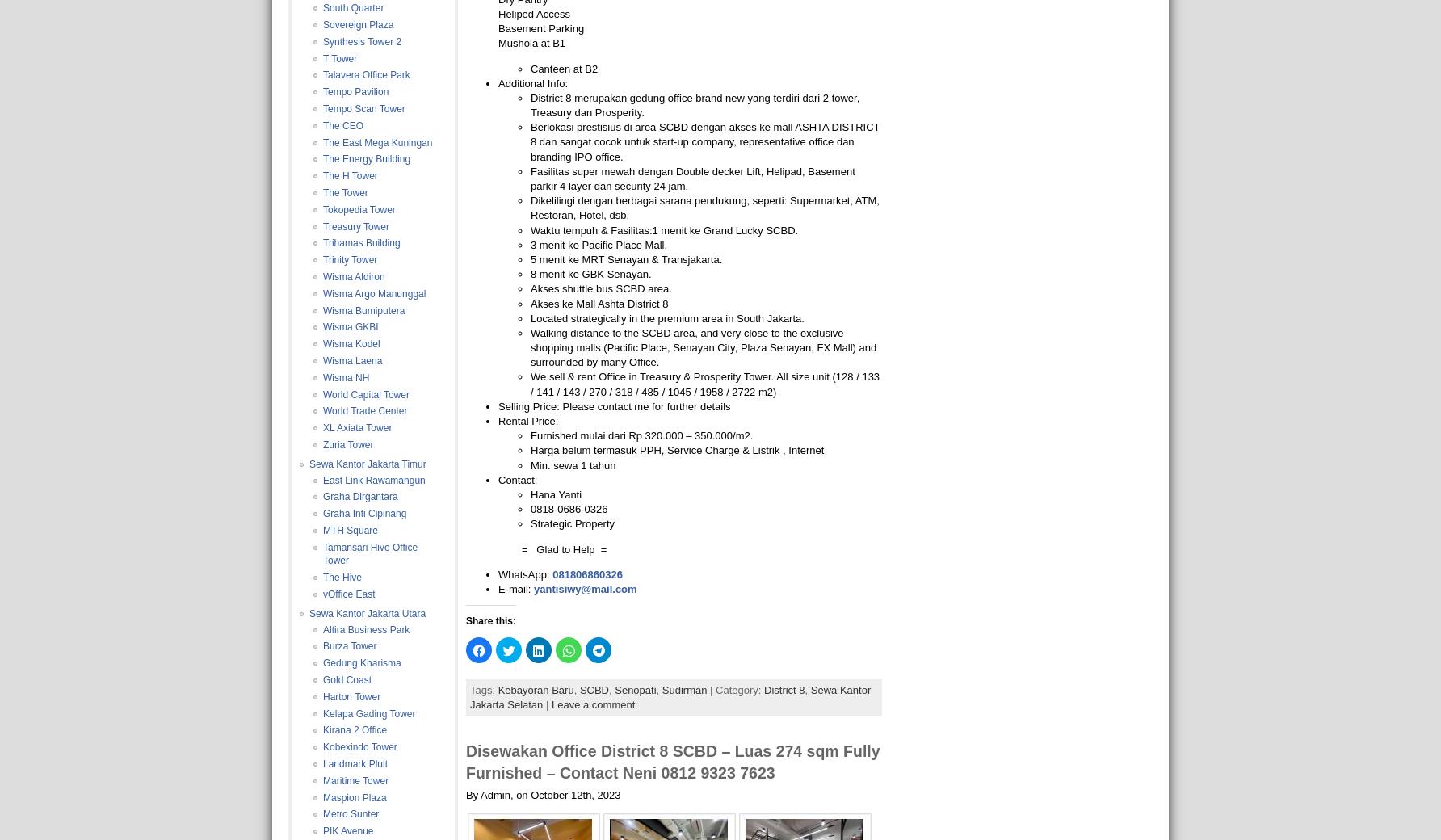  Describe the element at coordinates (634, 688) in the screenshot. I see `'Senopati'` at that location.